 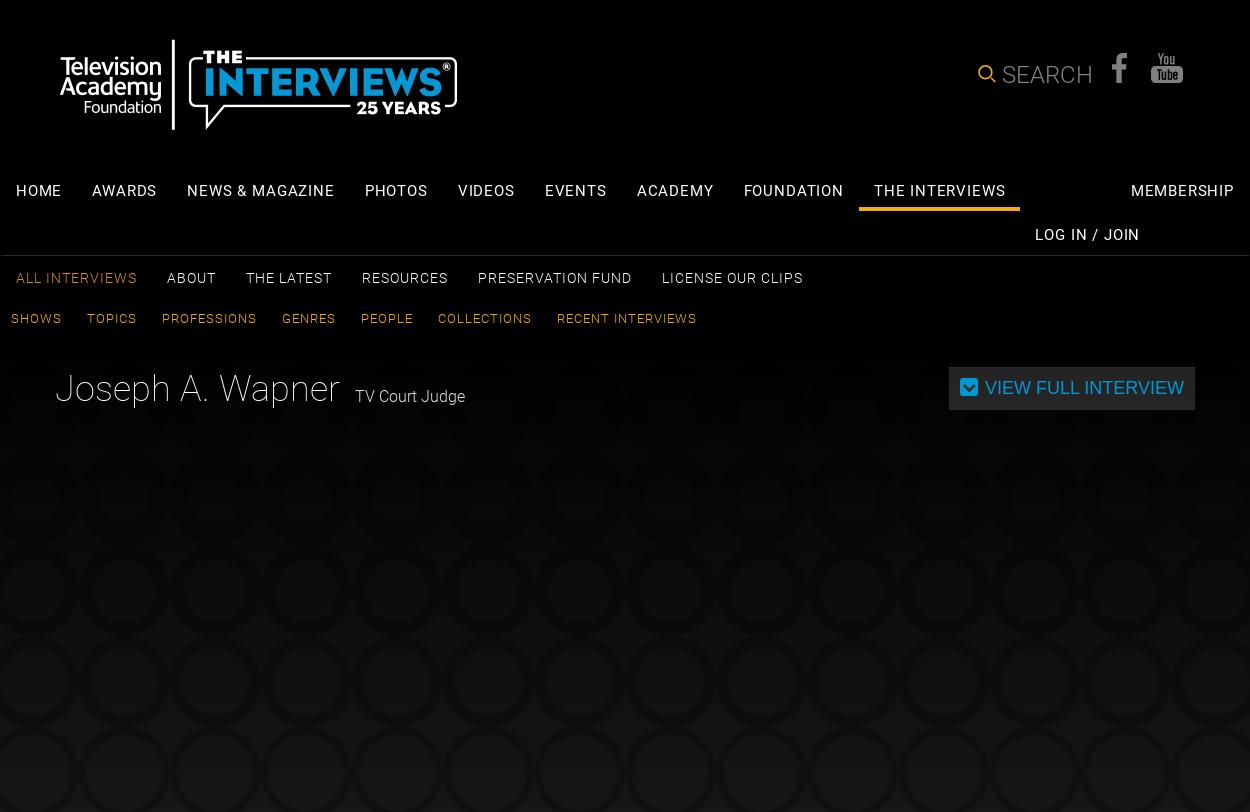 I want to click on 'The Interviews', so click(x=872, y=190).